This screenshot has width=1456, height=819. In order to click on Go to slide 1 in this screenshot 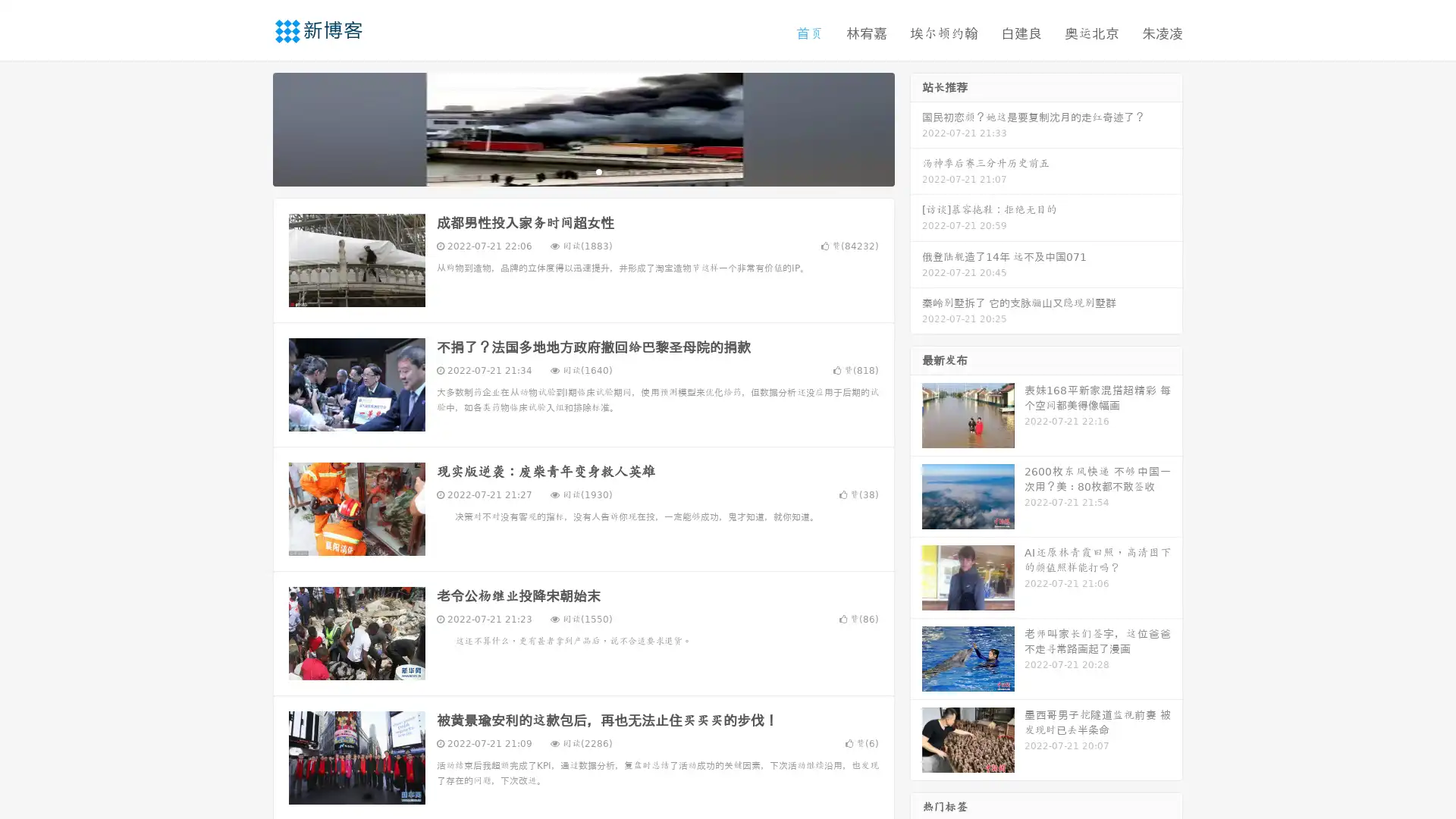, I will do `click(567, 171)`.